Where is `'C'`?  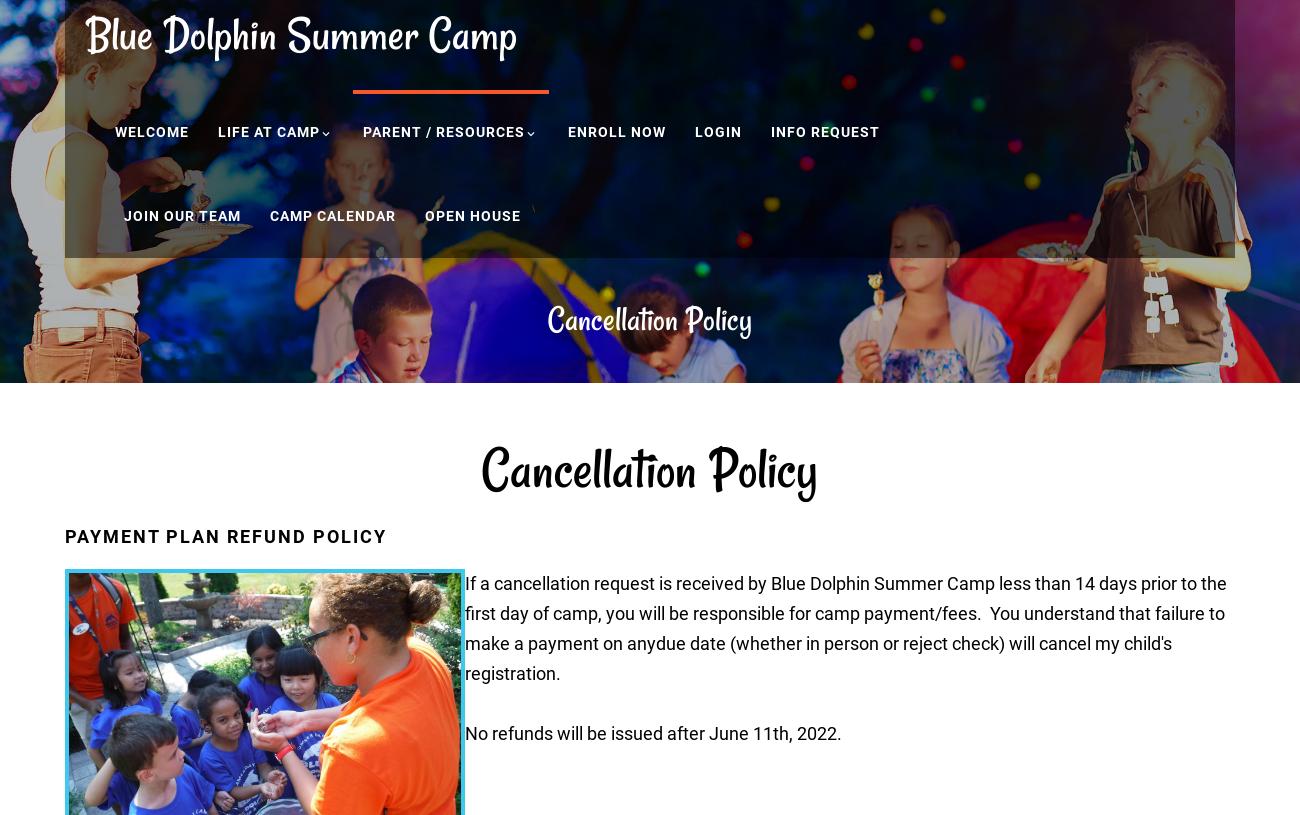 'C' is located at coordinates (439, 33).